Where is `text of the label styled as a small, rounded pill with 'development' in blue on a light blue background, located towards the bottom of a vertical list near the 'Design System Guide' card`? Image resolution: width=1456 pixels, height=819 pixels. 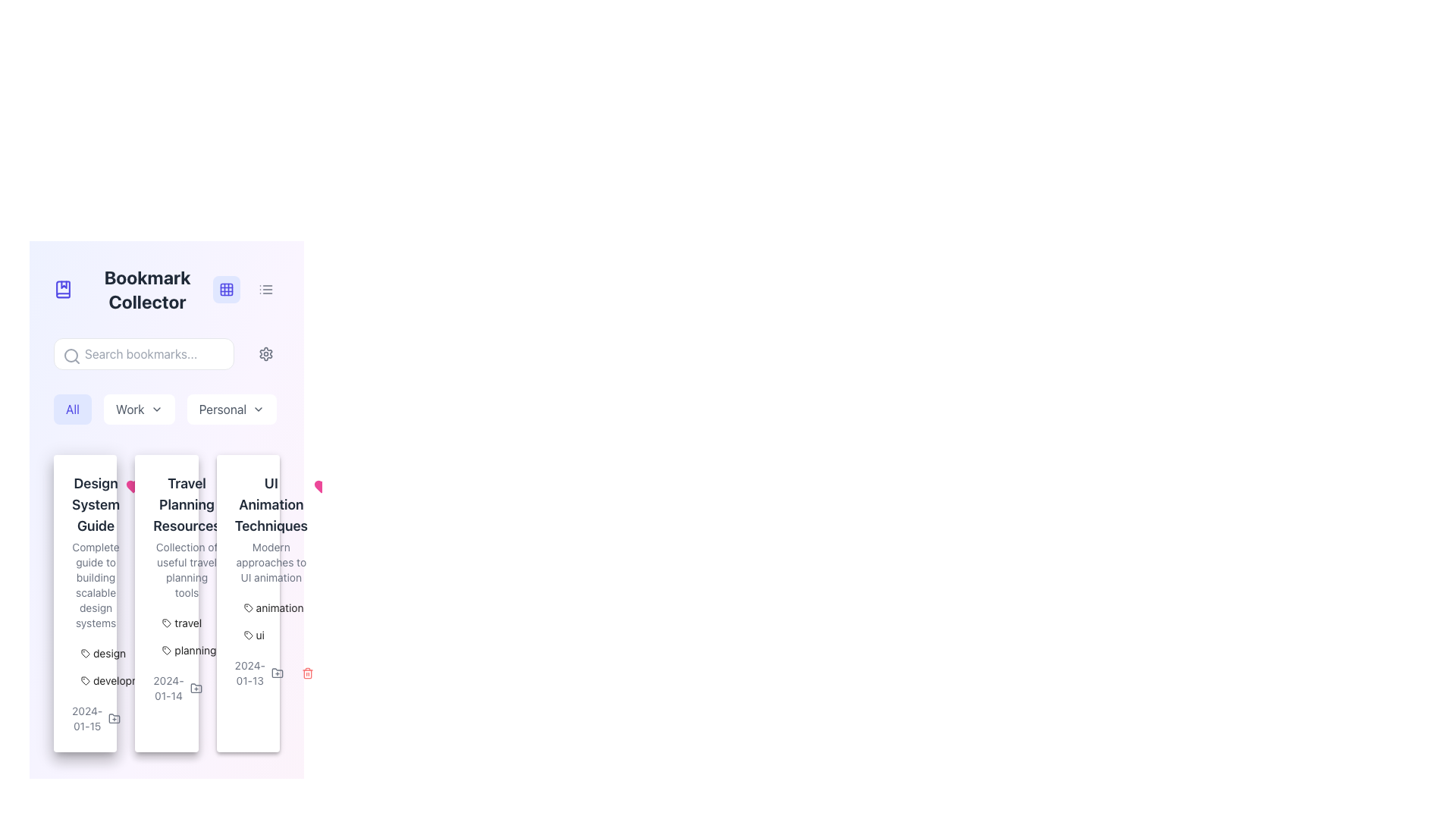
text of the label styled as a small, rounded pill with 'development' in blue on a light blue background, located towards the bottom of a vertical list near the 'Design System Guide' card is located at coordinates (118, 680).